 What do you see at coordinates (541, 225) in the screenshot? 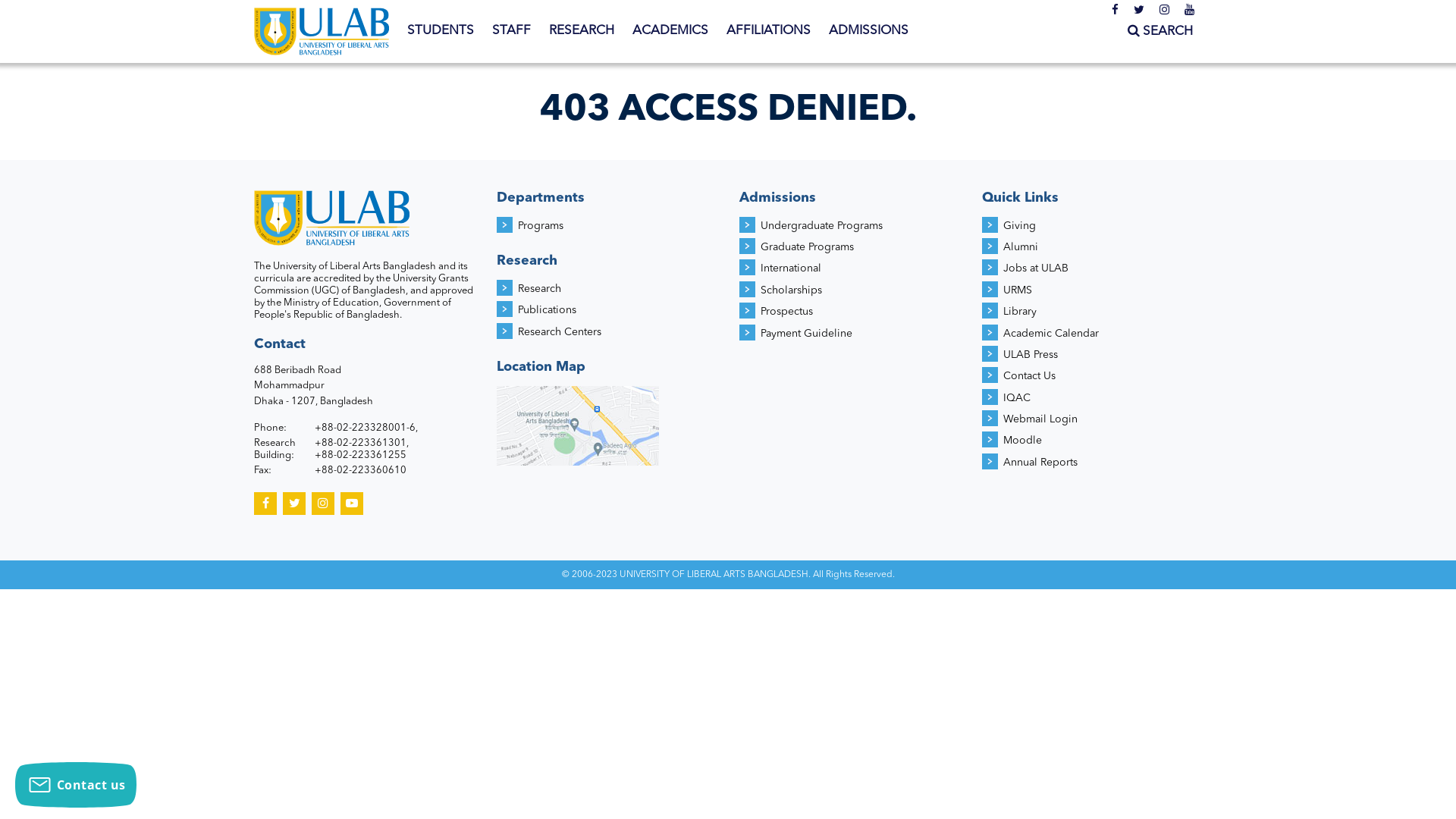
I see `'Programs'` at bounding box center [541, 225].